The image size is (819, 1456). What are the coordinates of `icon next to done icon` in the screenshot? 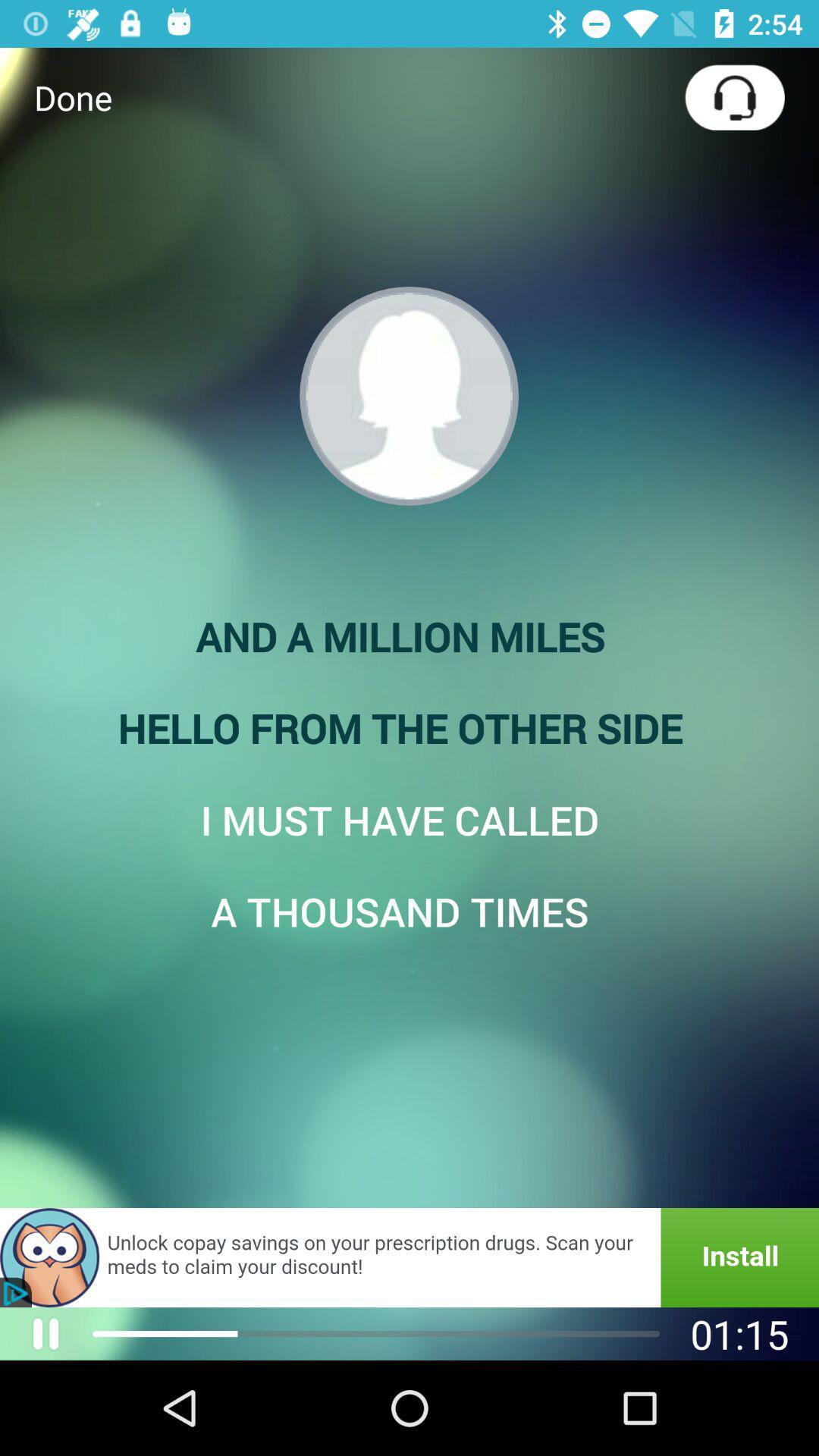 It's located at (734, 96).